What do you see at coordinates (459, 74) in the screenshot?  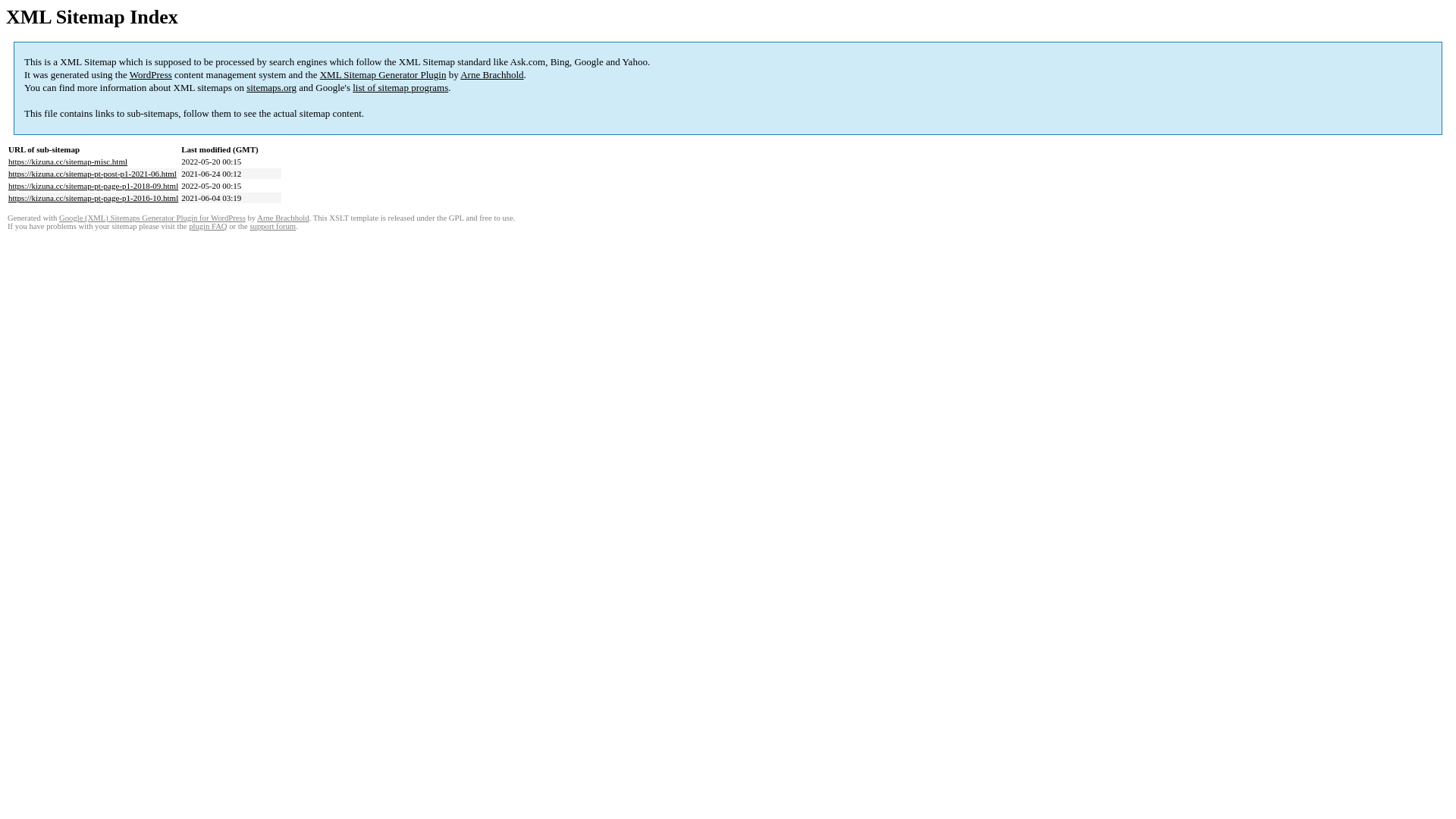 I see `'Arne Brachhold'` at bounding box center [459, 74].